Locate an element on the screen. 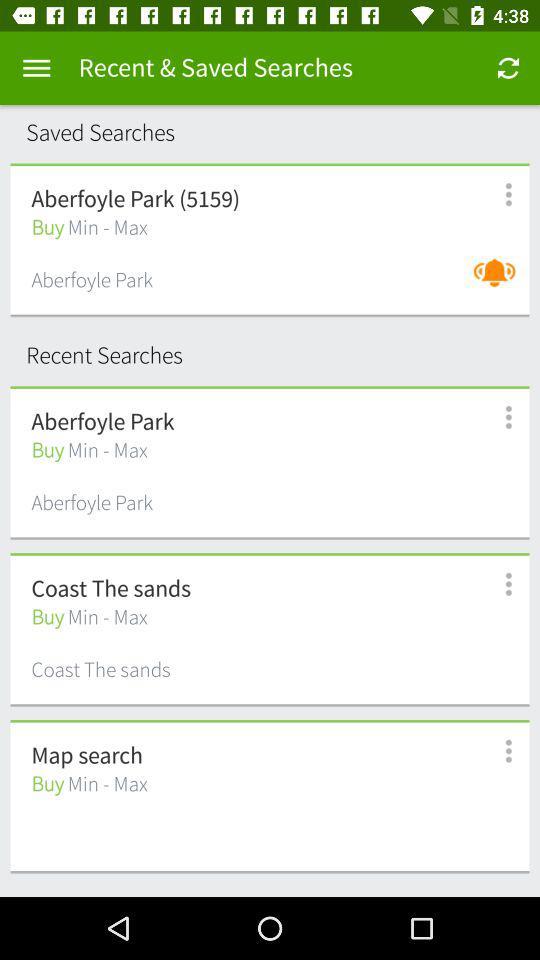 The width and height of the screenshot is (540, 960). menu option is located at coordinates (496, 750).